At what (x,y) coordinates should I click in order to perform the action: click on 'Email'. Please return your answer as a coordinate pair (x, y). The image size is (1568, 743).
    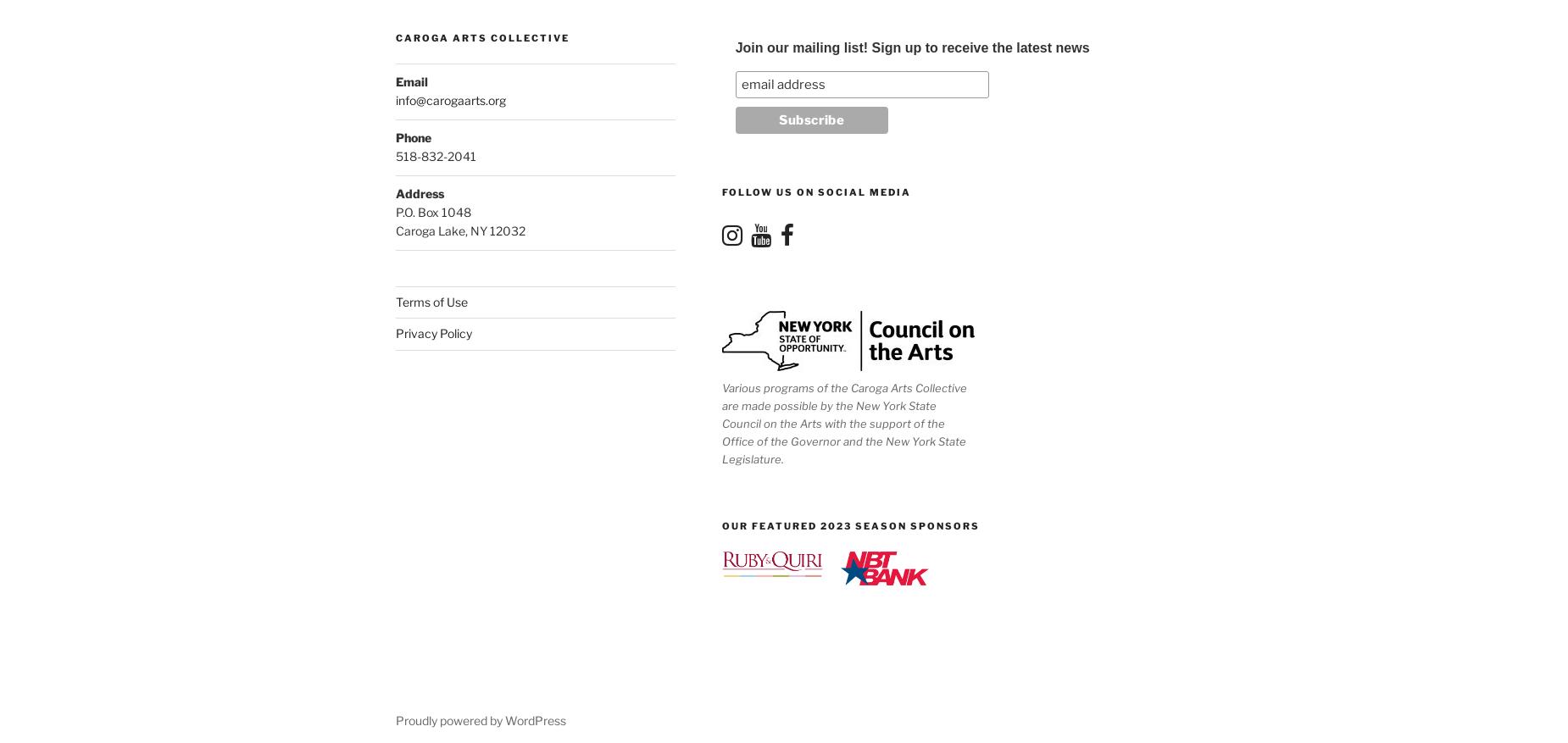
    Looking at the image, I should click on (411, 81).